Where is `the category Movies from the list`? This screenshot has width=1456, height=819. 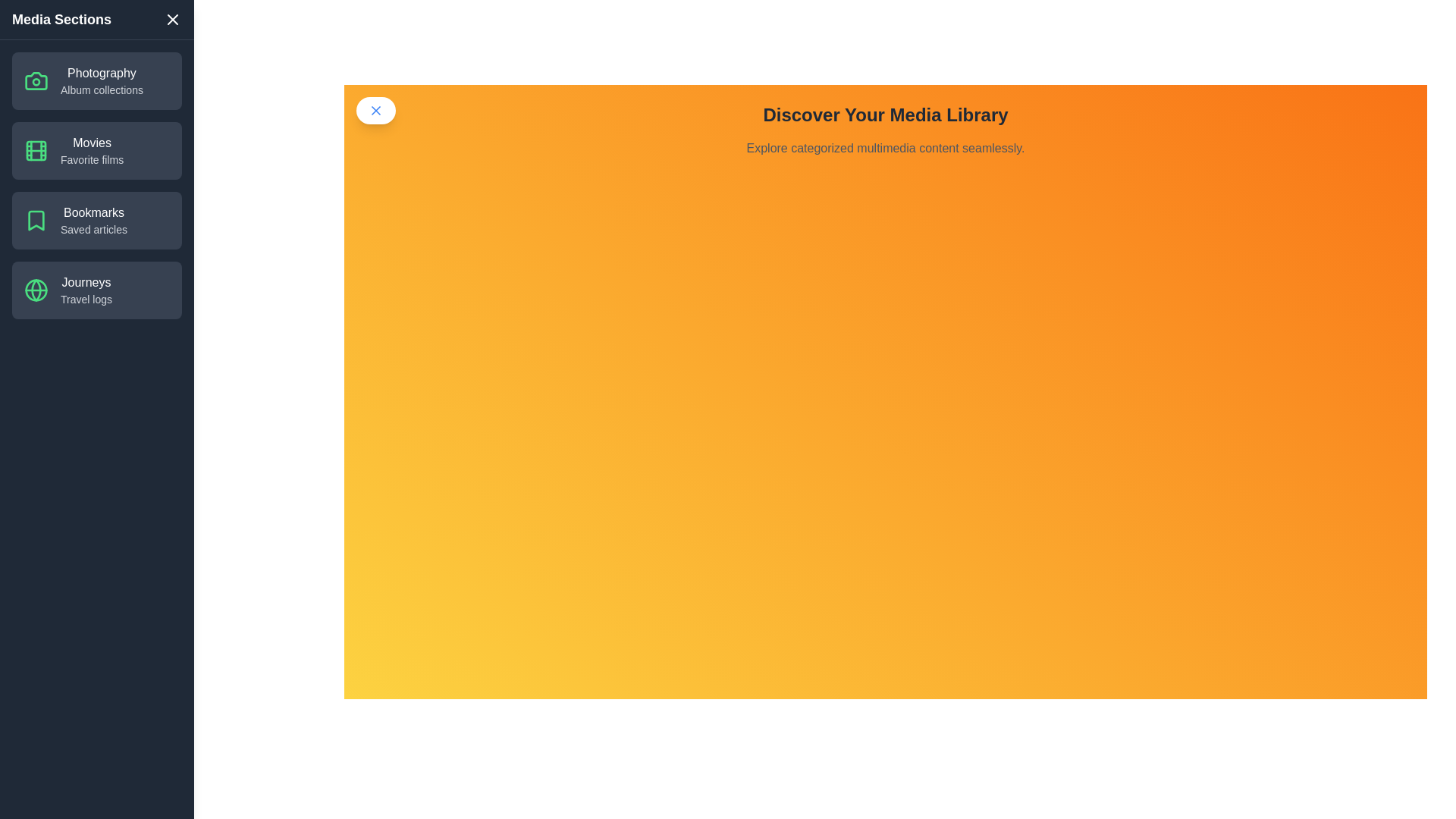
the category Movies from the list is located at coordinates (96, 151).